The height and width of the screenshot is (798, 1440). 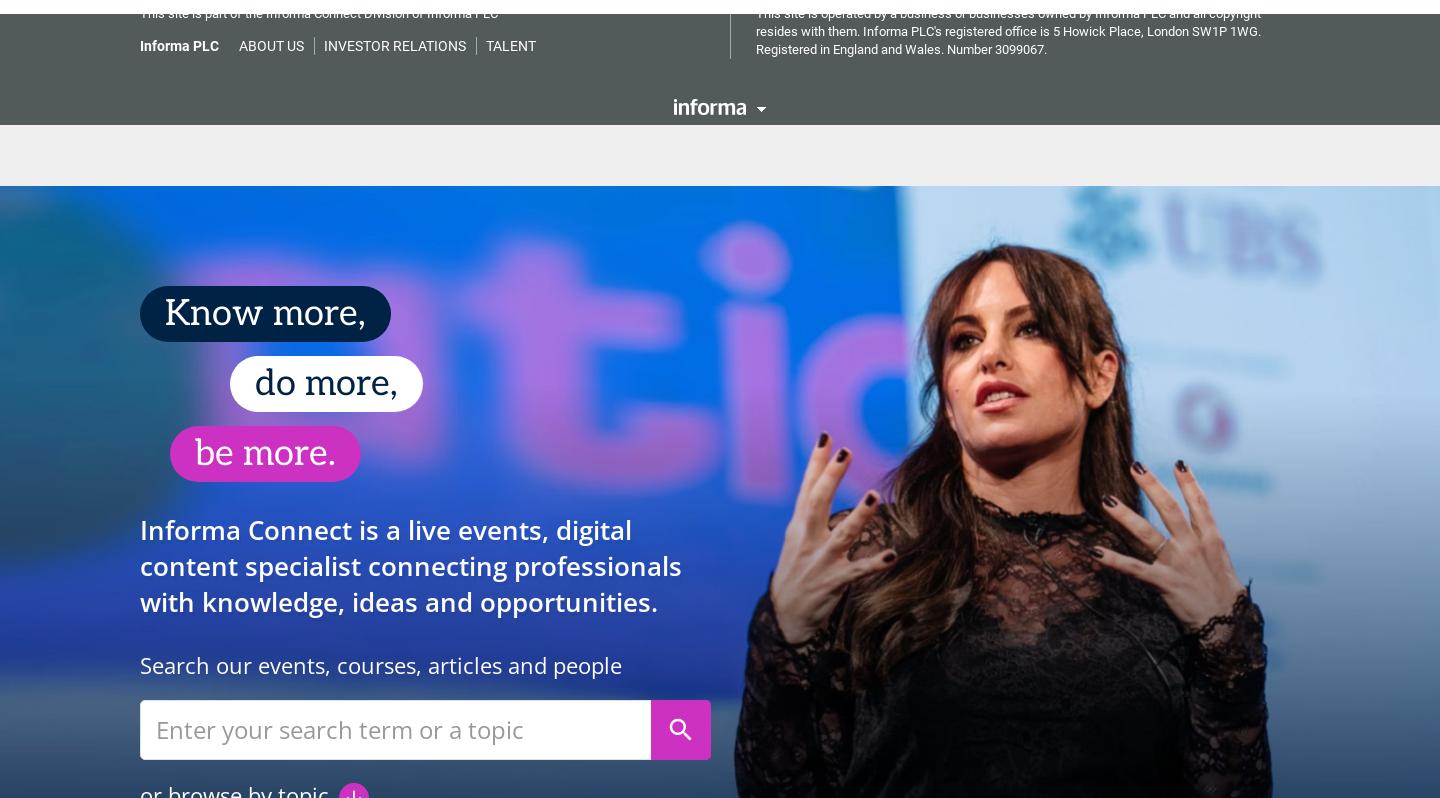 What do you see at coordinates (664, 140) in the screenshot?
I see `'Careers'` at bounding box center [664, 140].